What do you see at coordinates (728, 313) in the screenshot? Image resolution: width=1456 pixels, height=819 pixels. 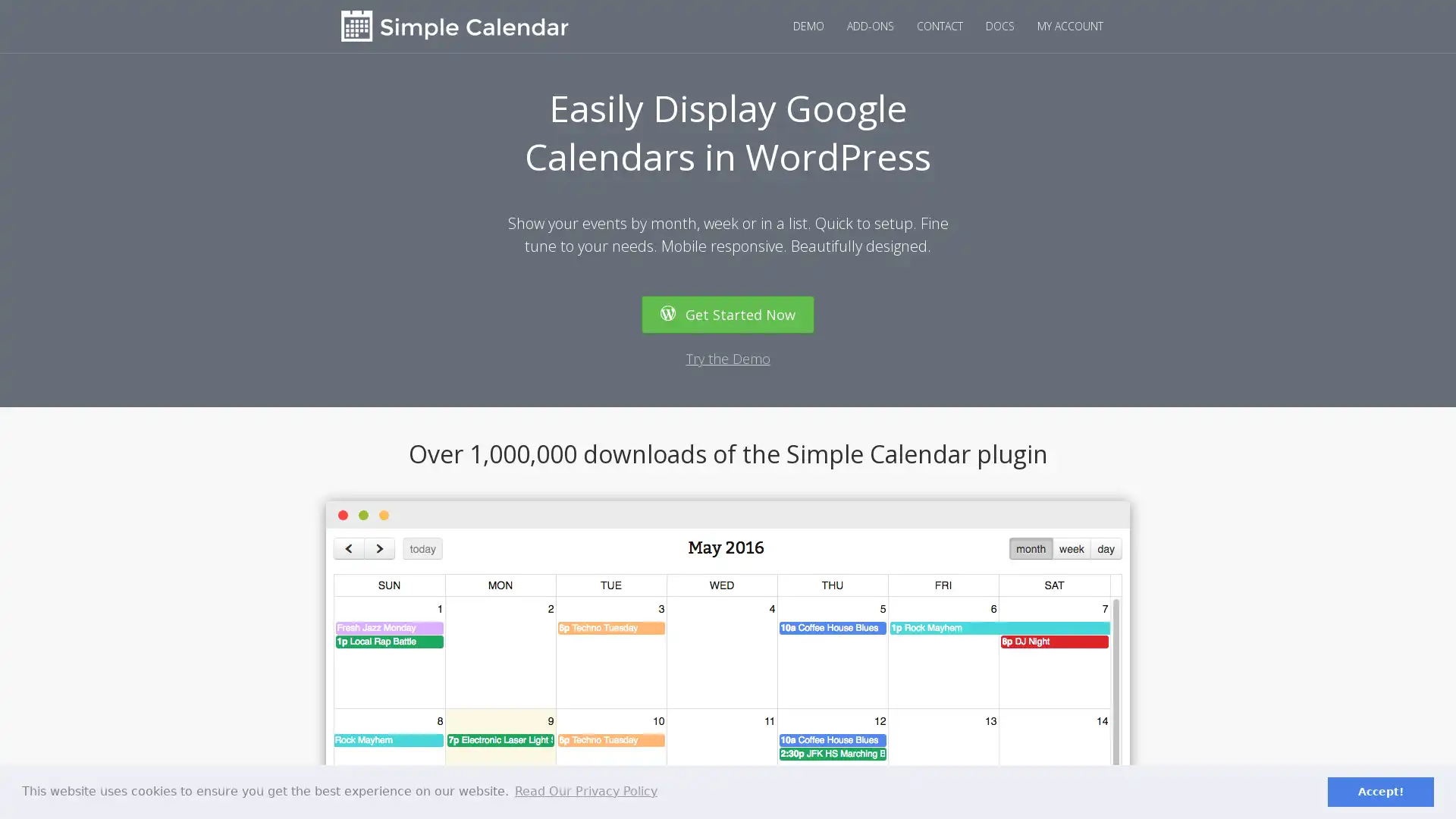 I see `Get Started Now` at bounding box center [728, 313].